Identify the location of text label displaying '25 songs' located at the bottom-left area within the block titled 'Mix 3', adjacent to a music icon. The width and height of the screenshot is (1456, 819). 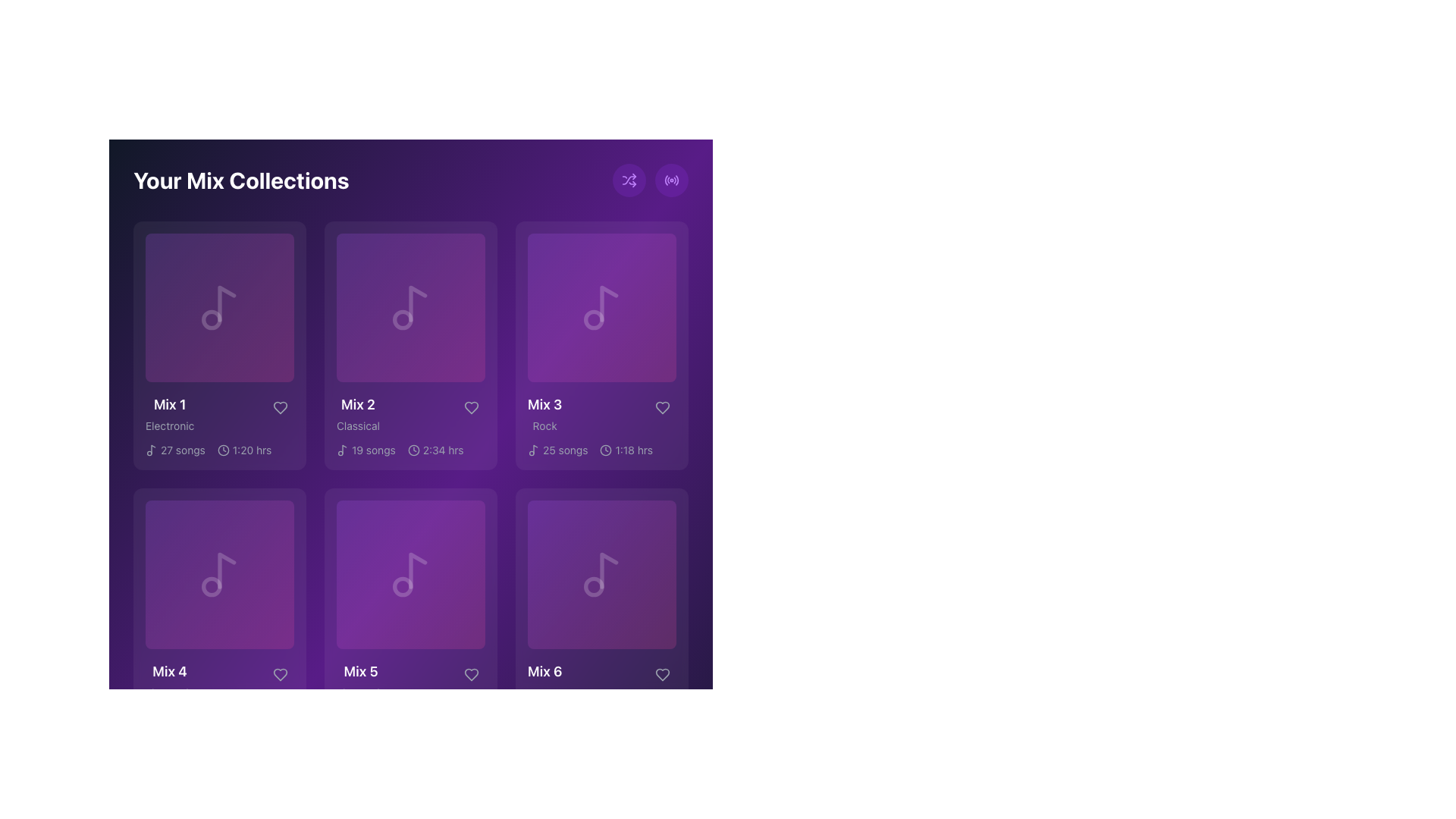
(564, 450).